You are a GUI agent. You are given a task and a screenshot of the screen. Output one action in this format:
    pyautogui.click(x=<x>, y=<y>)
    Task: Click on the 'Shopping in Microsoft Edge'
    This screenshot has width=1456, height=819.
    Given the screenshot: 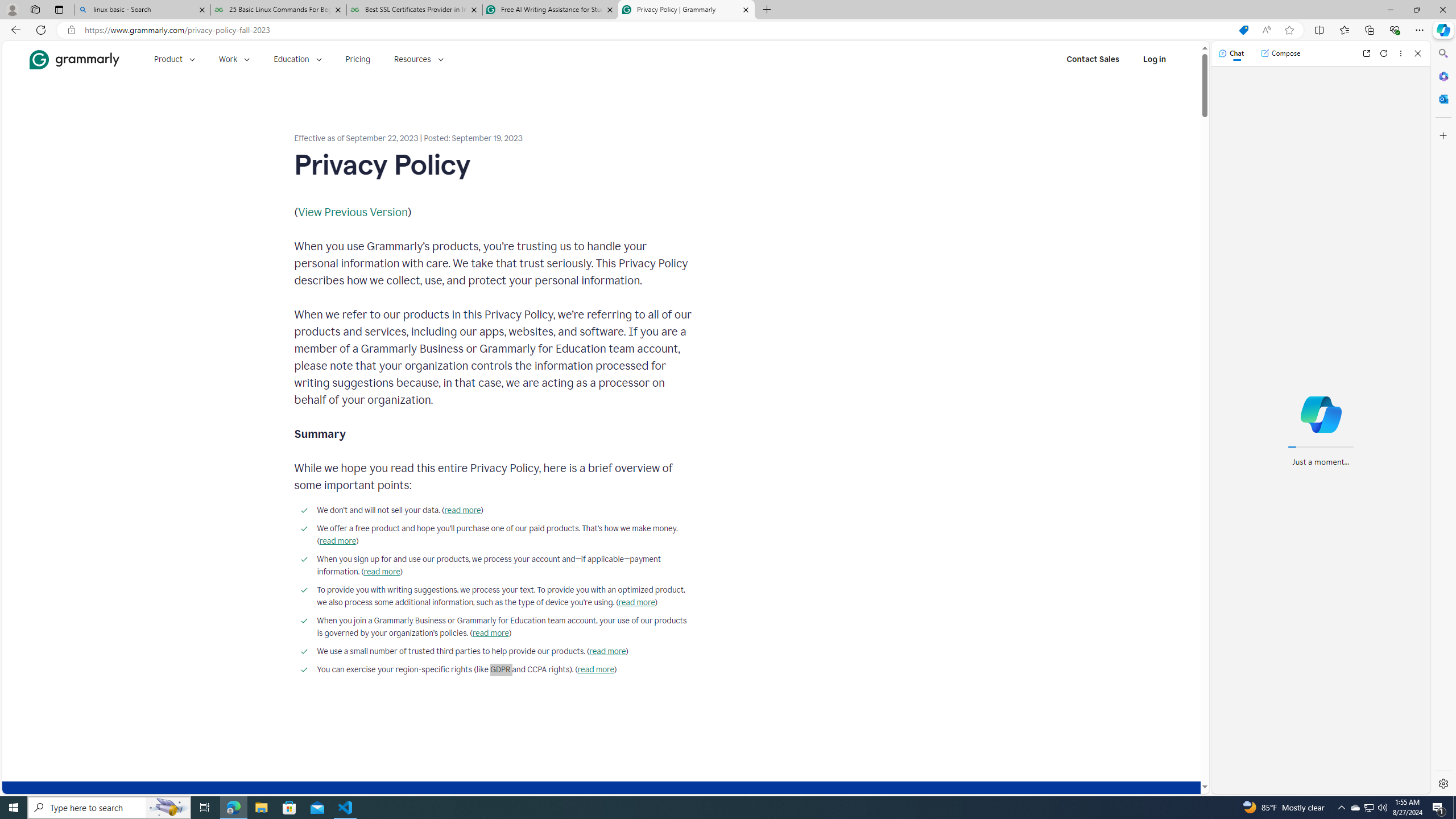 What is the action you would take?
    pyautogui.click(x=1243, y=30)
    